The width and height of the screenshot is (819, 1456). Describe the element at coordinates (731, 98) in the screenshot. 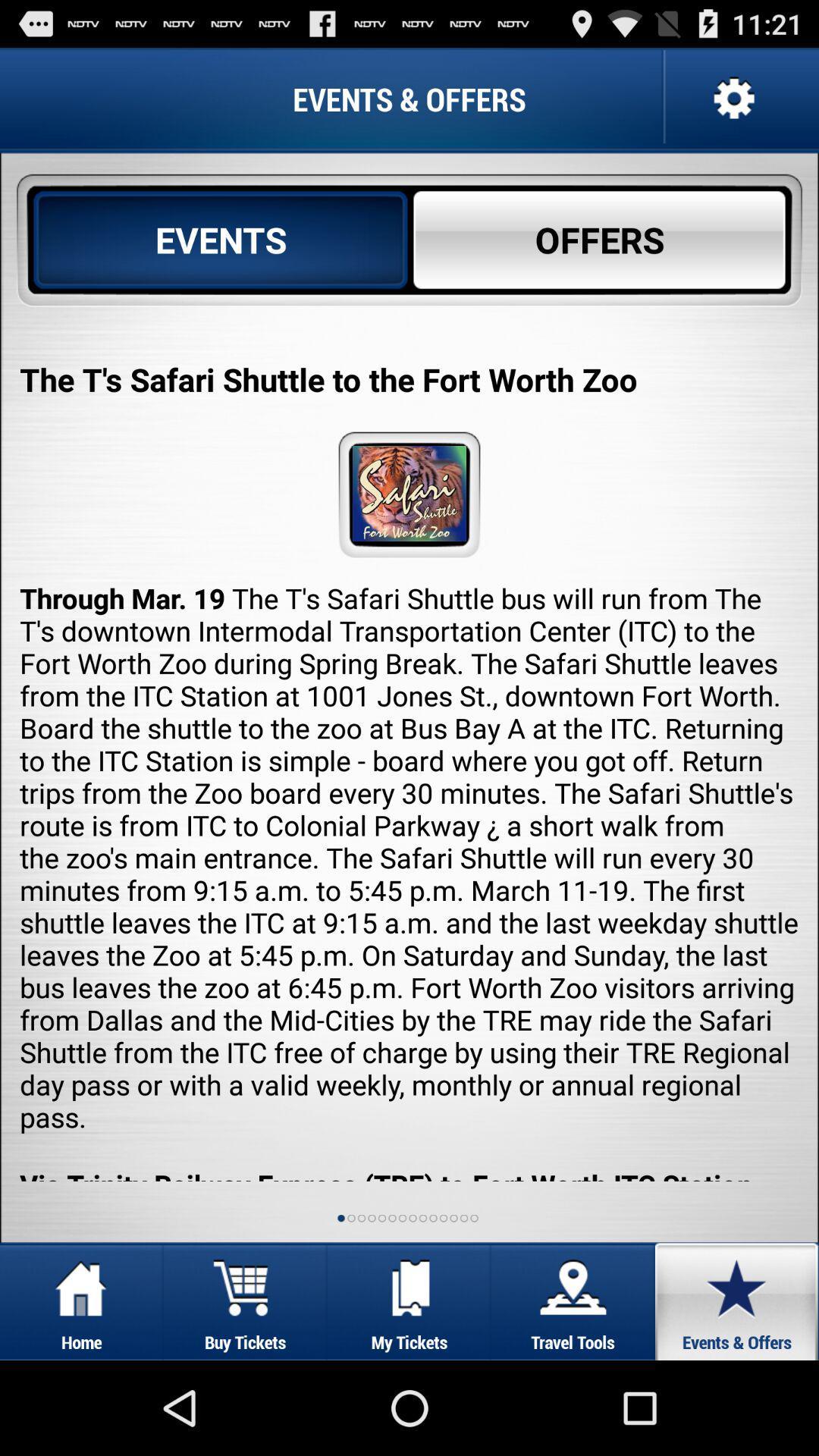

I see `settings` at that location.